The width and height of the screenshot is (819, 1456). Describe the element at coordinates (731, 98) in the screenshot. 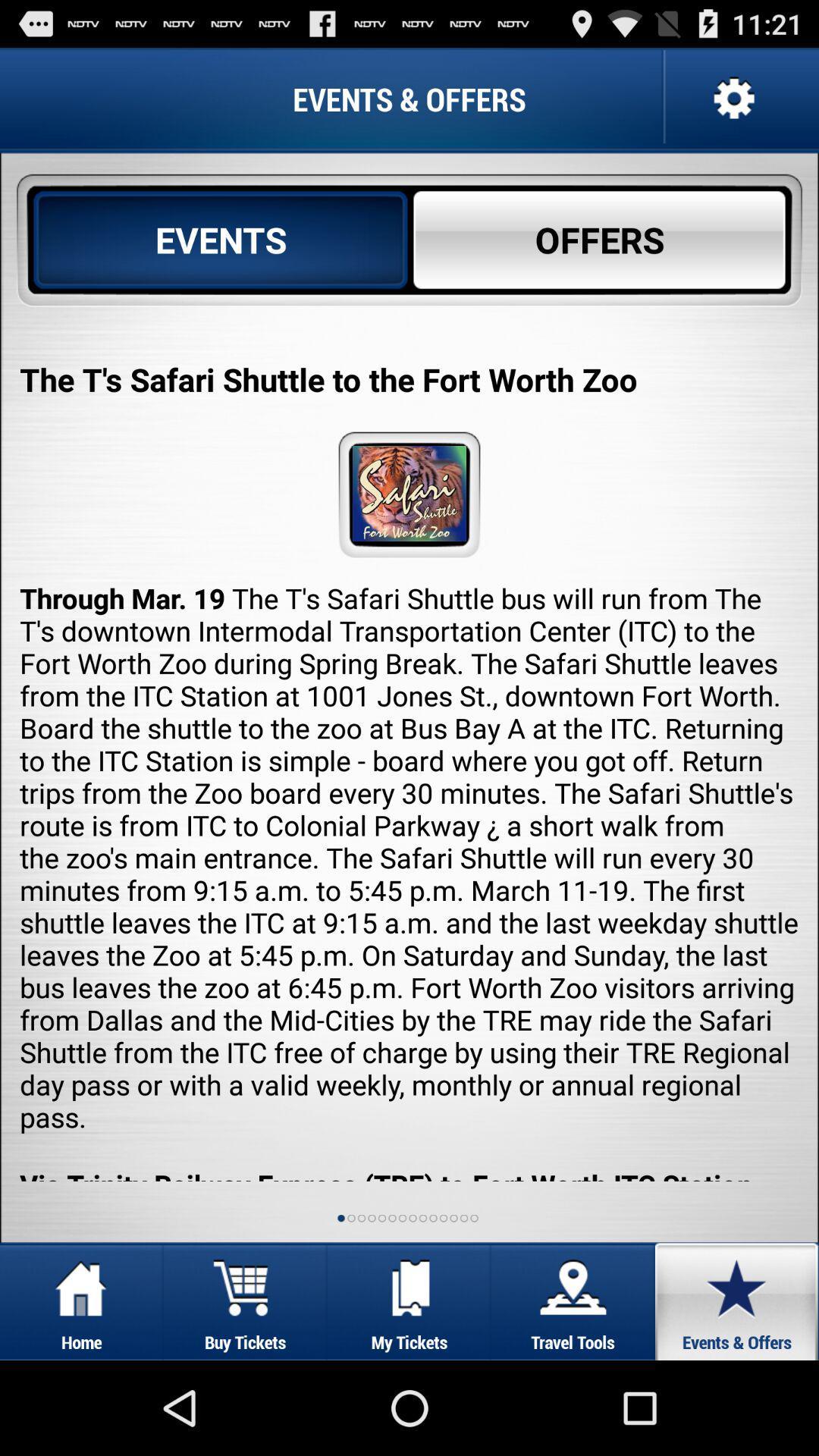

I see `settings` at that location.